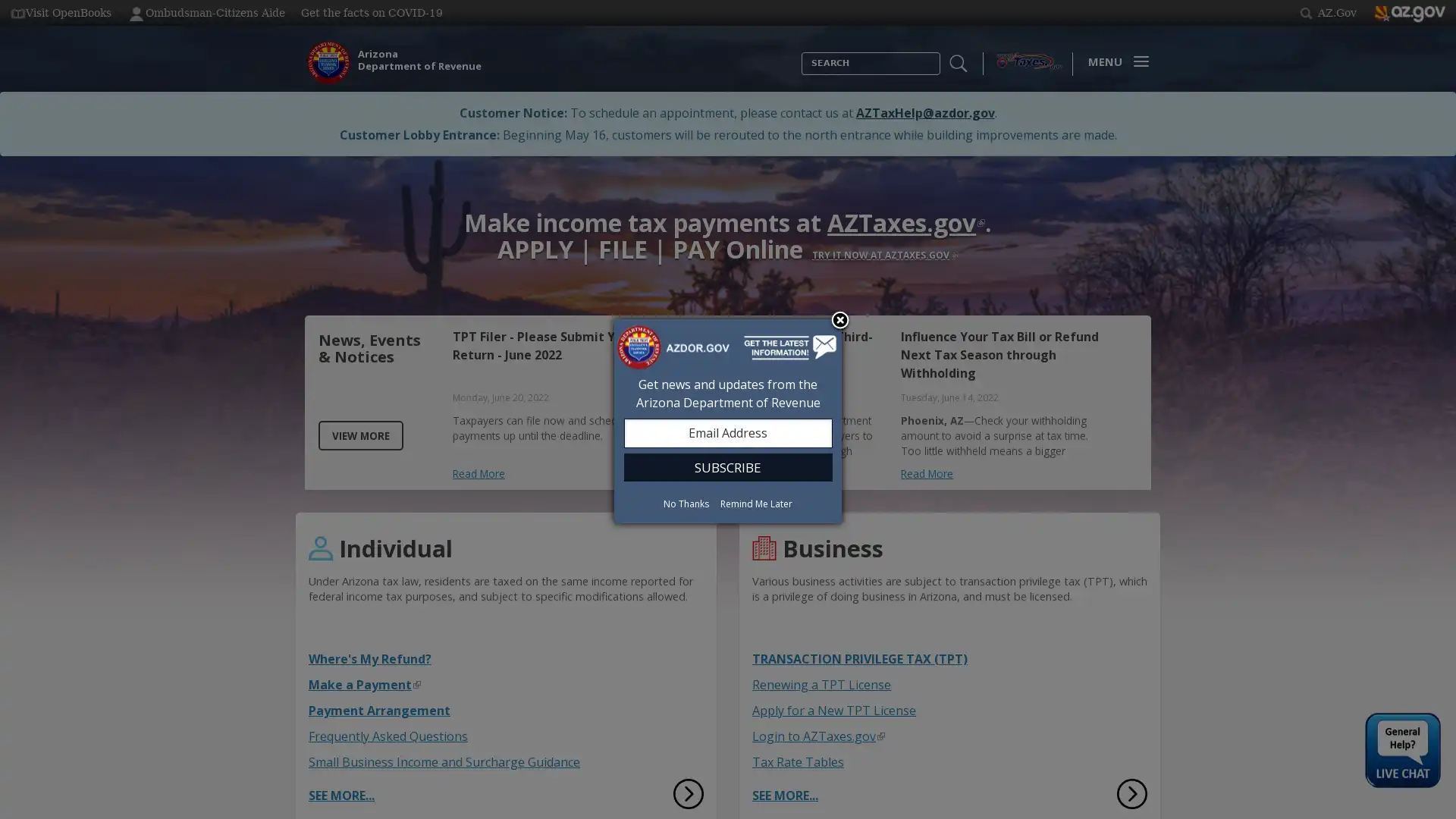  I want to click on Subscribe, so click(726, 466).